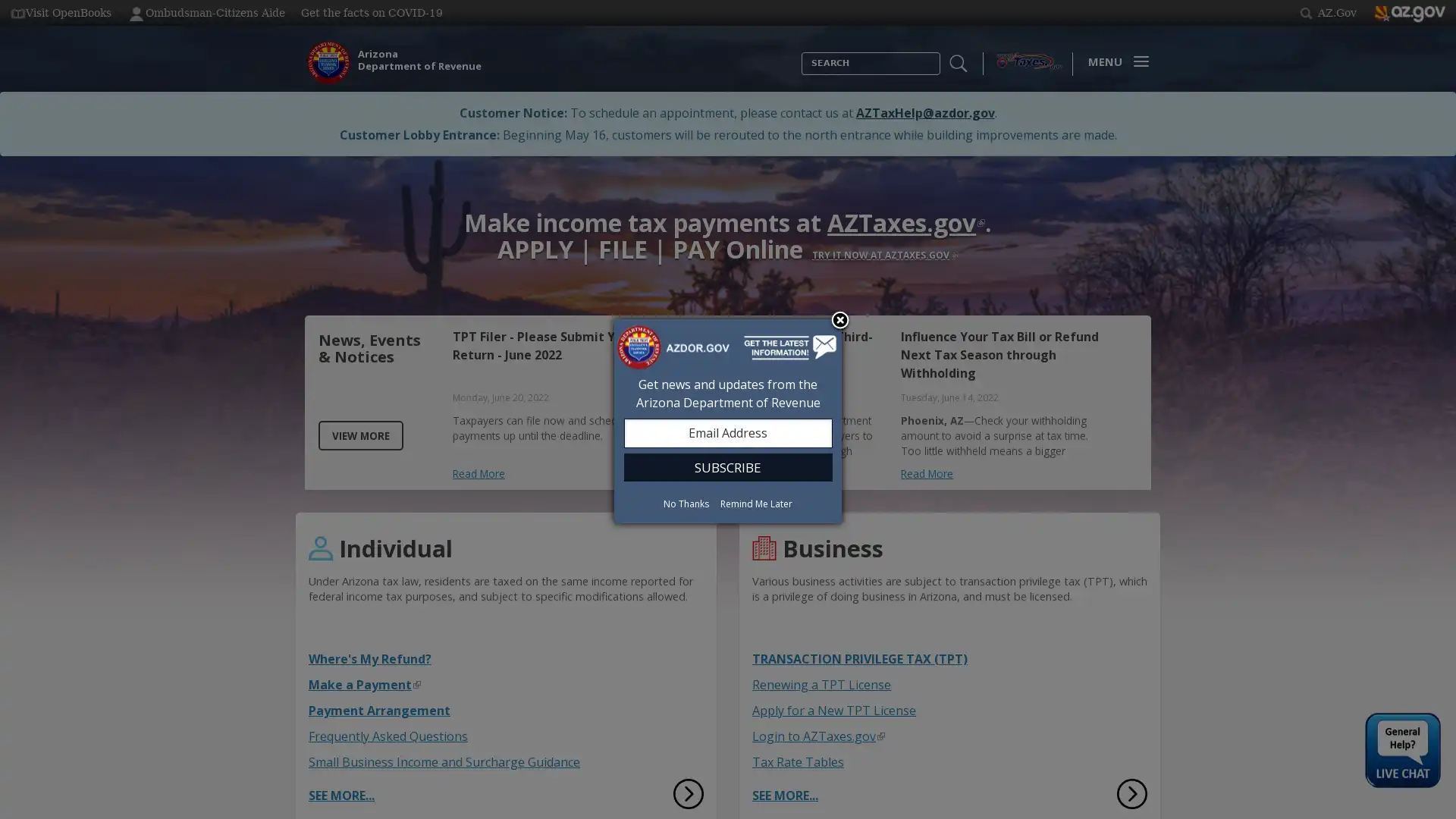  I want to click on Subscribe, so click(726, 466).